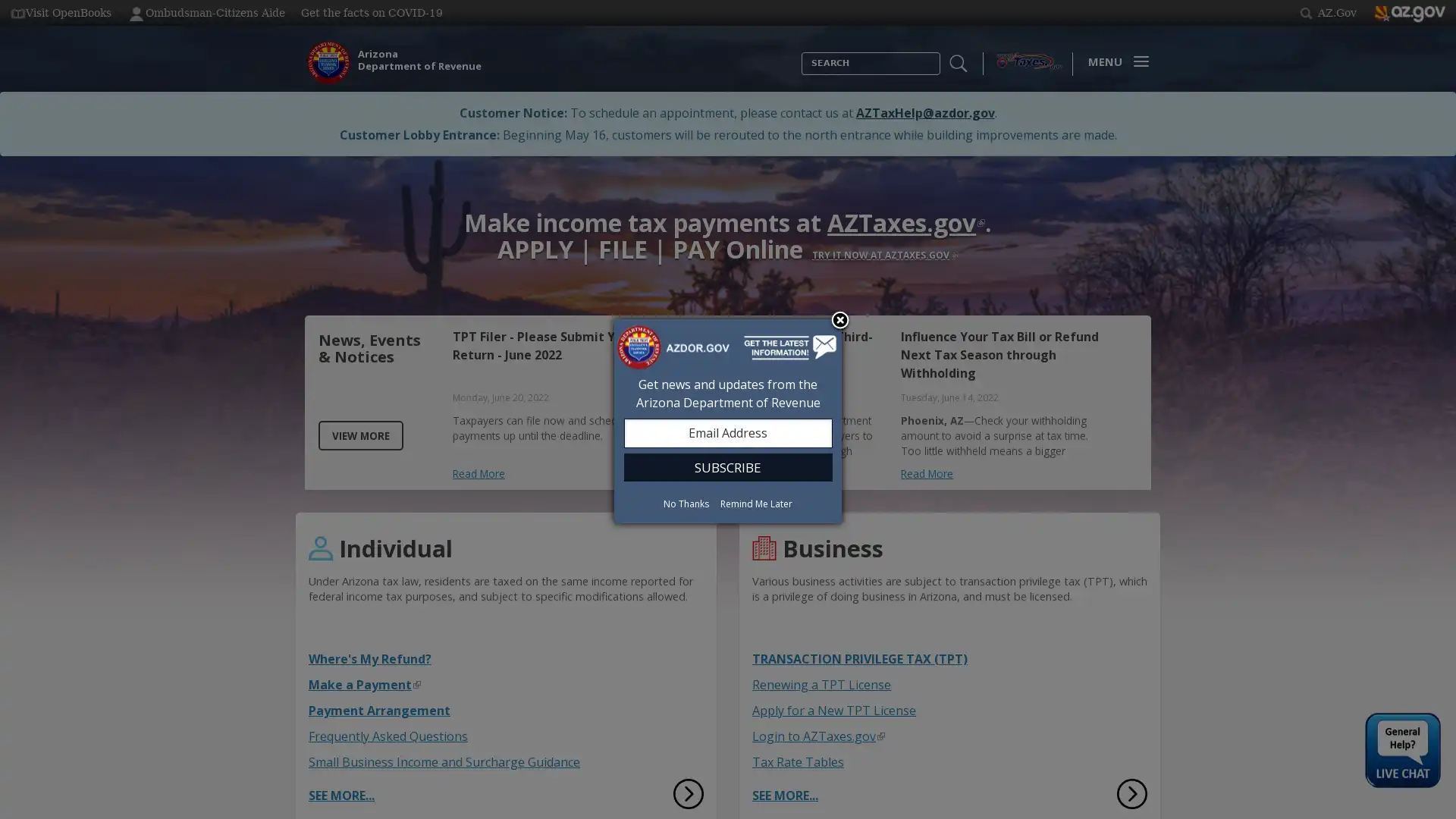  I want to click on Subscribe, so click(726, 466).